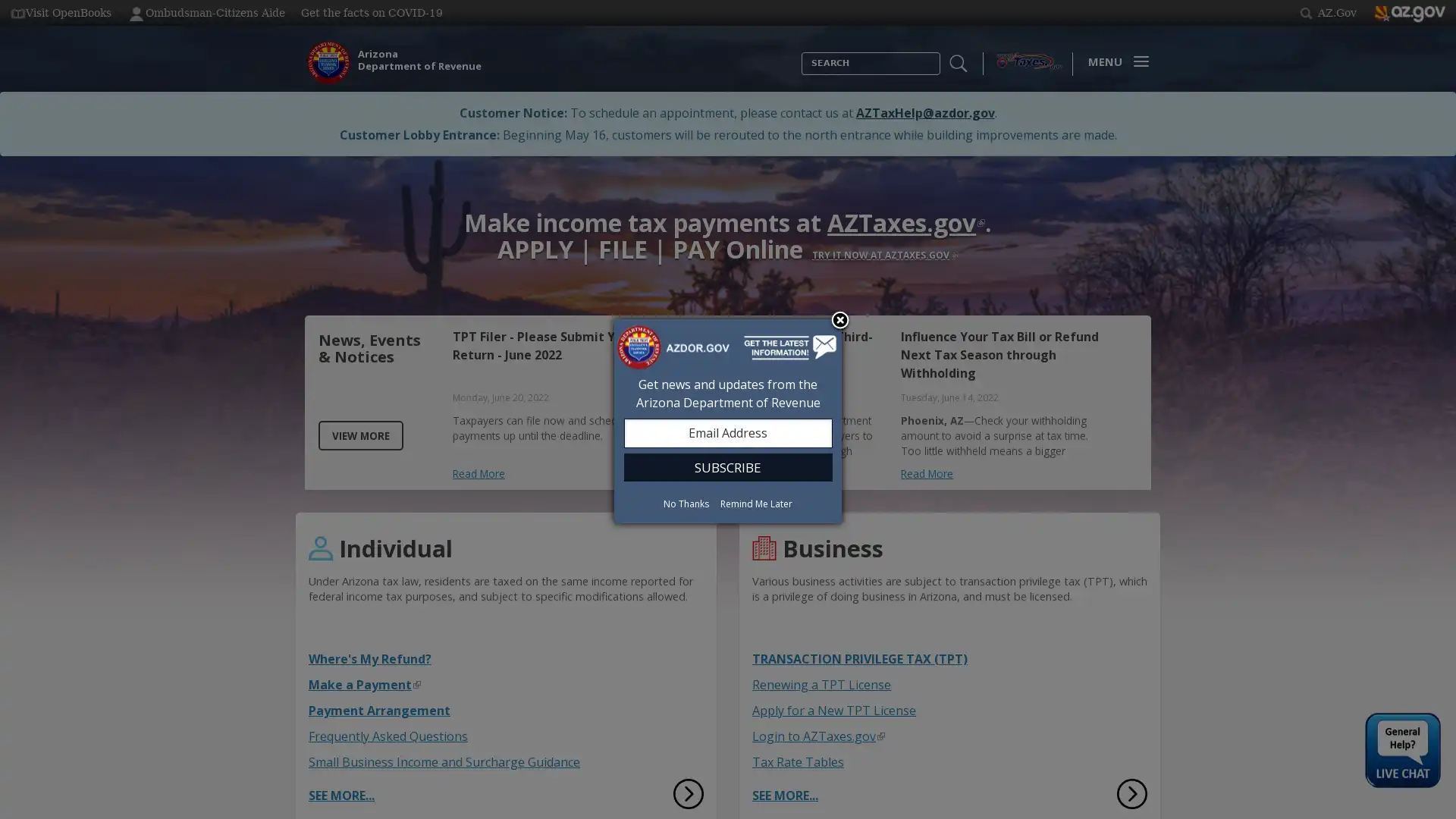  I want to click on Subscribe, so click(726, 466).